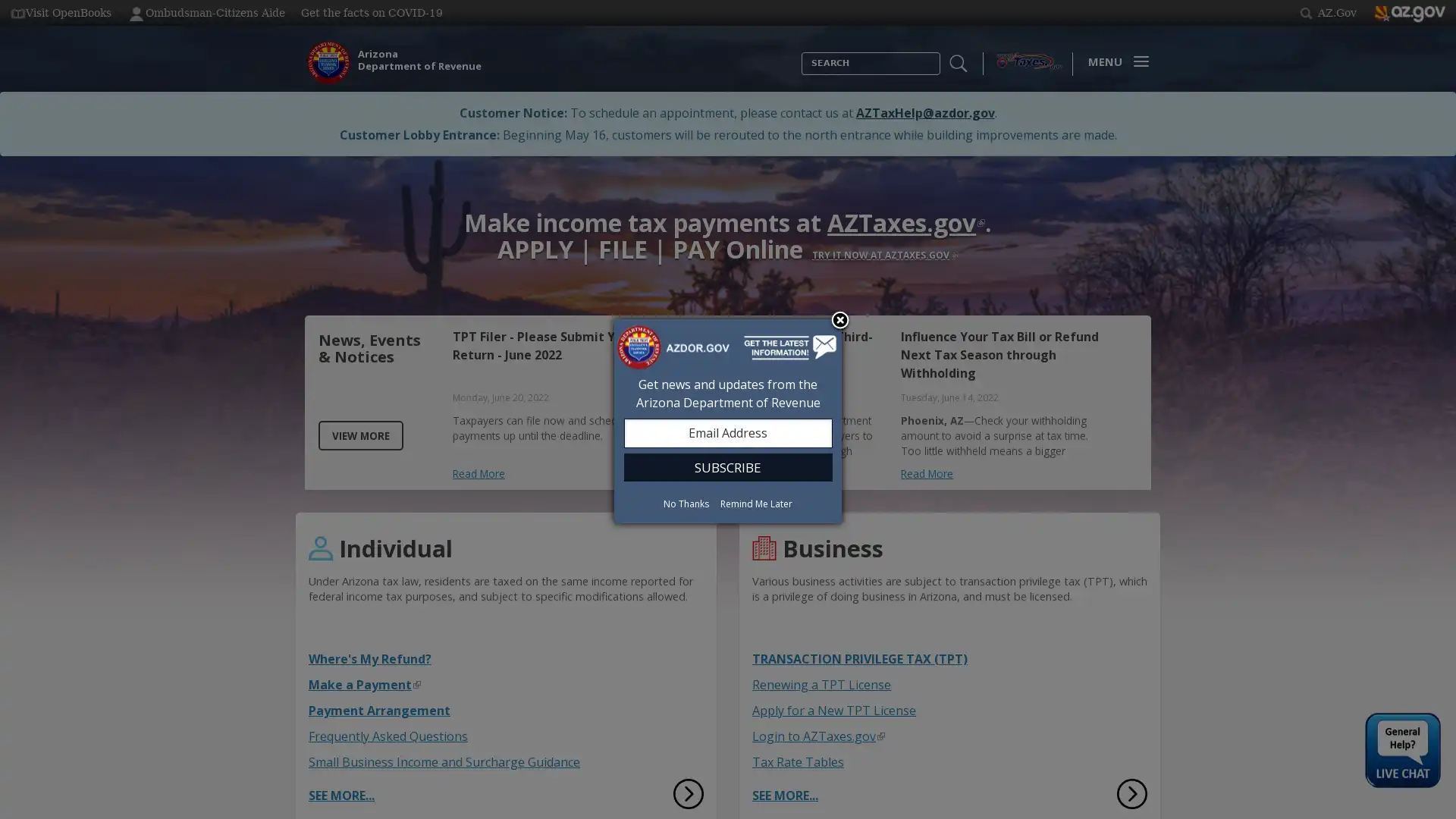  I want to click on Subscribe, so click(726, 466).